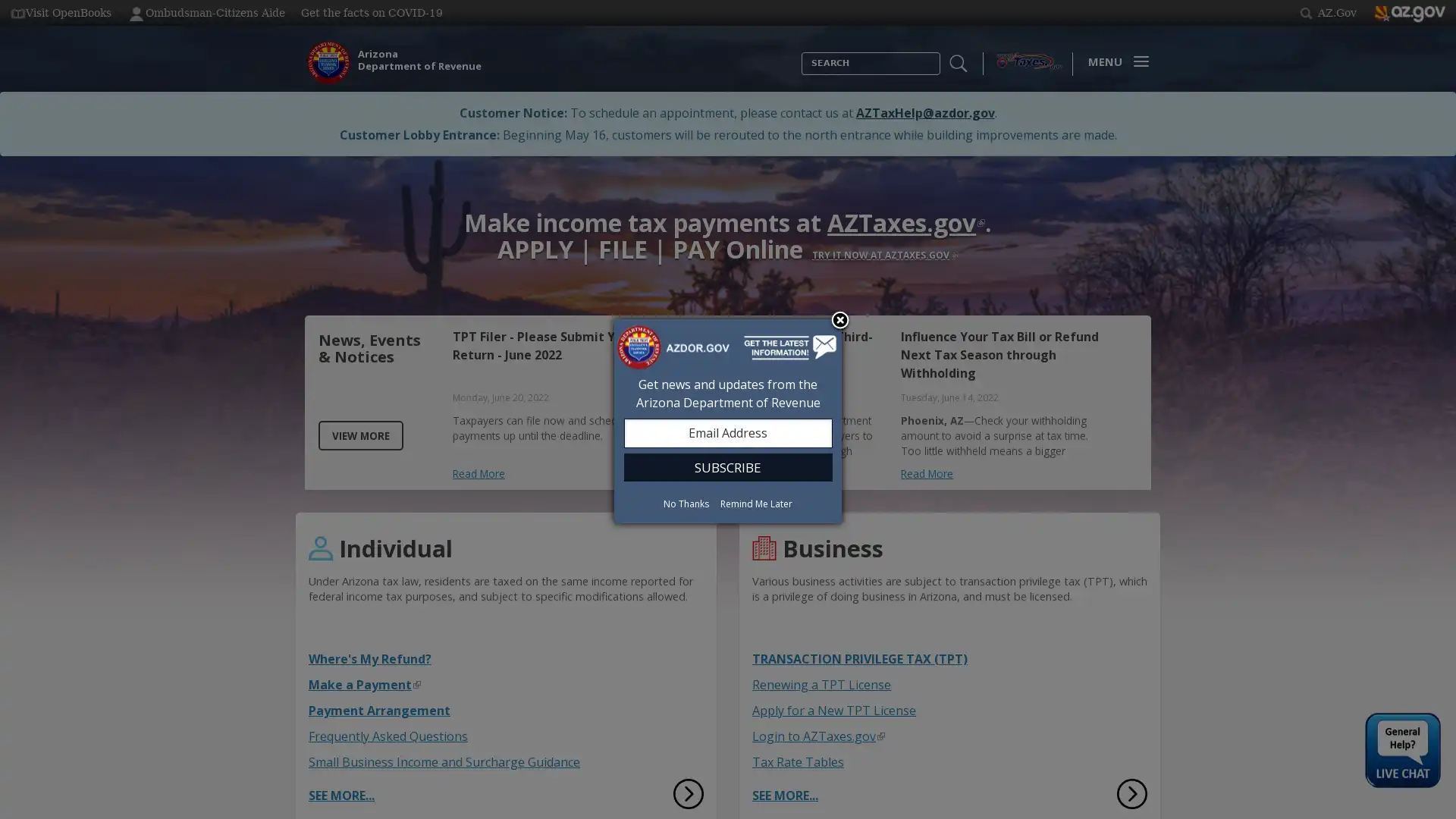  I want to click on Subscribe, so click(726, 466).